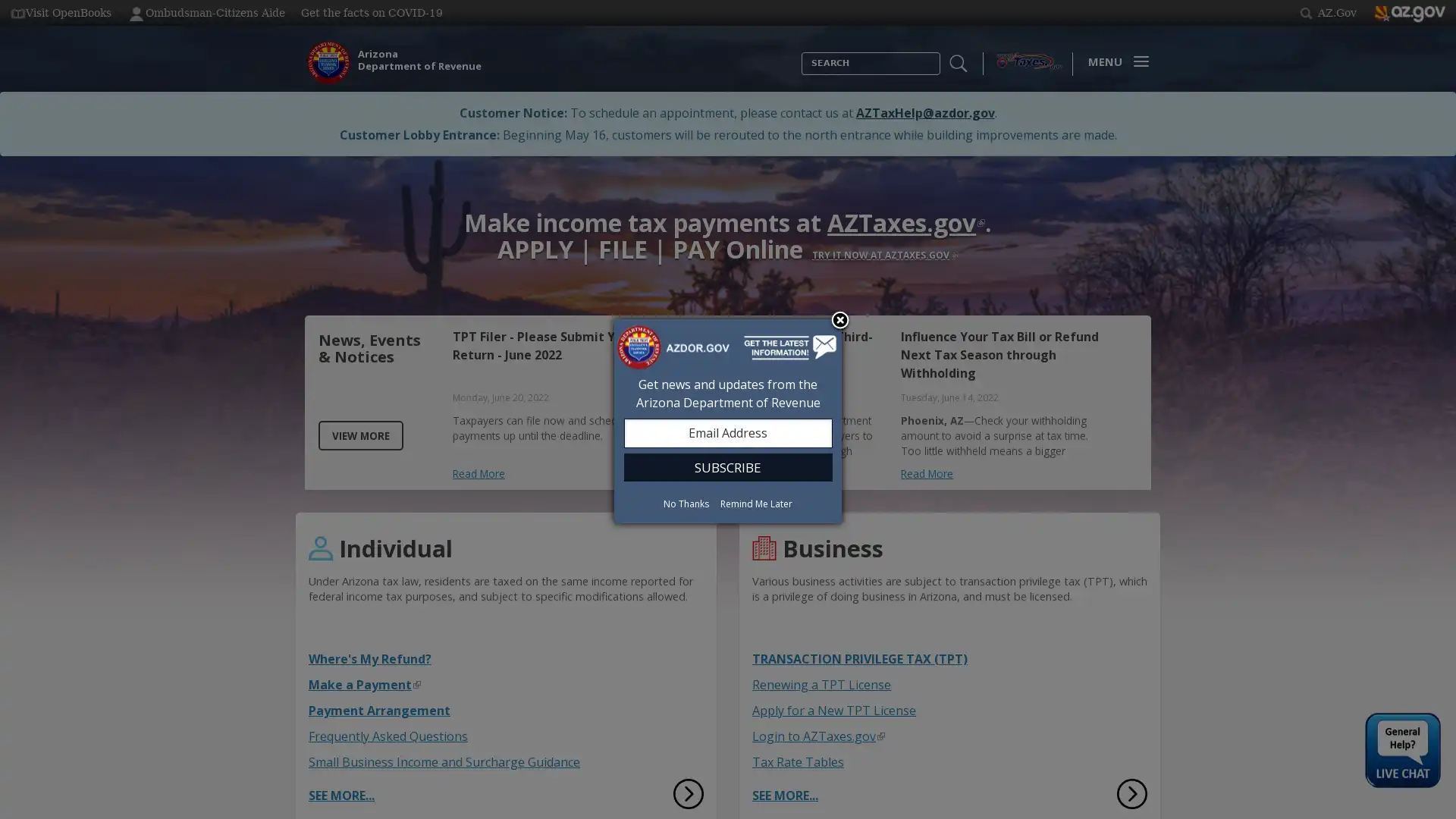  I want to click on Subscribe, so click(726, 466).